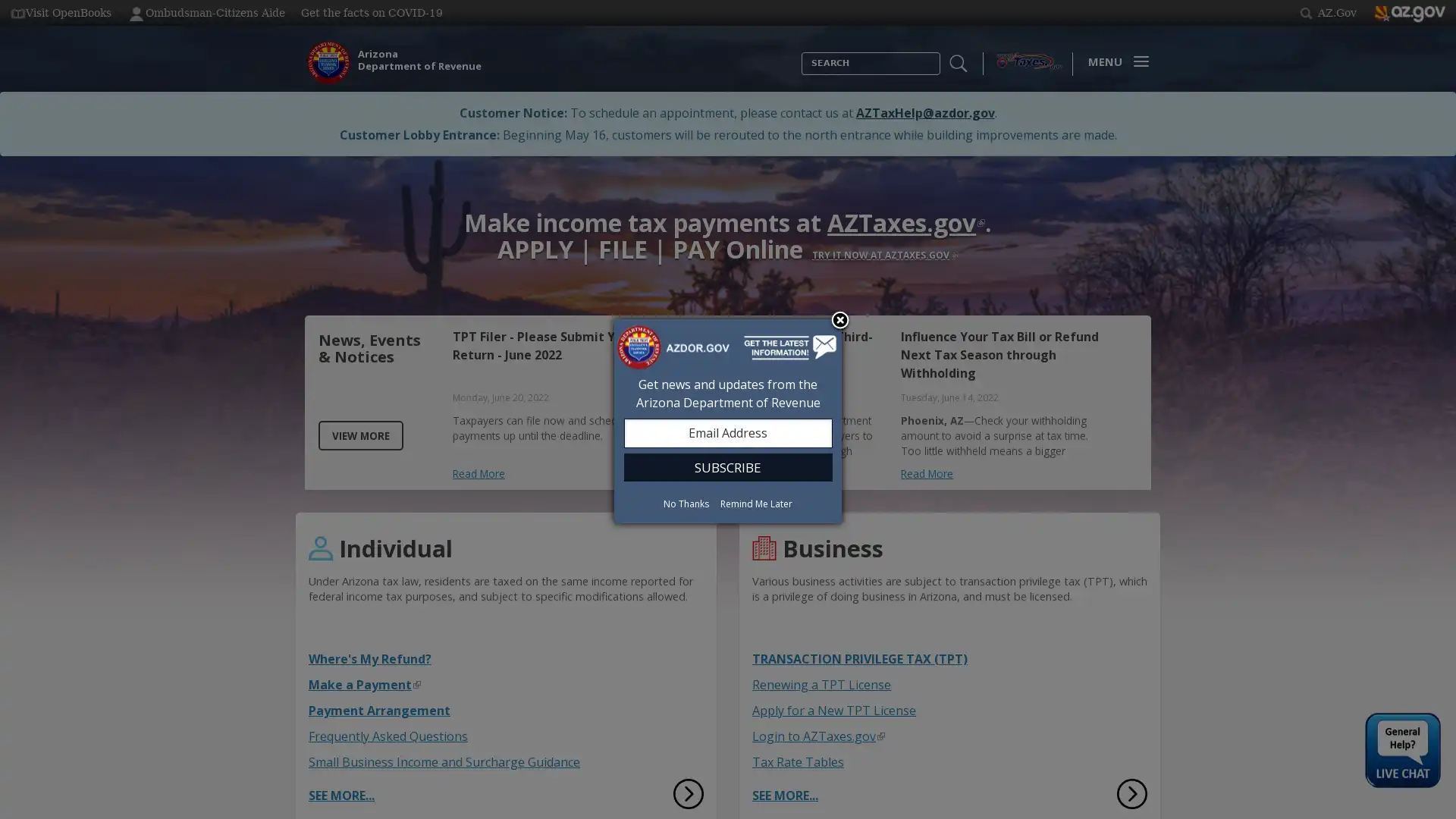  I want to click on Subscribe, so click(726, 466).